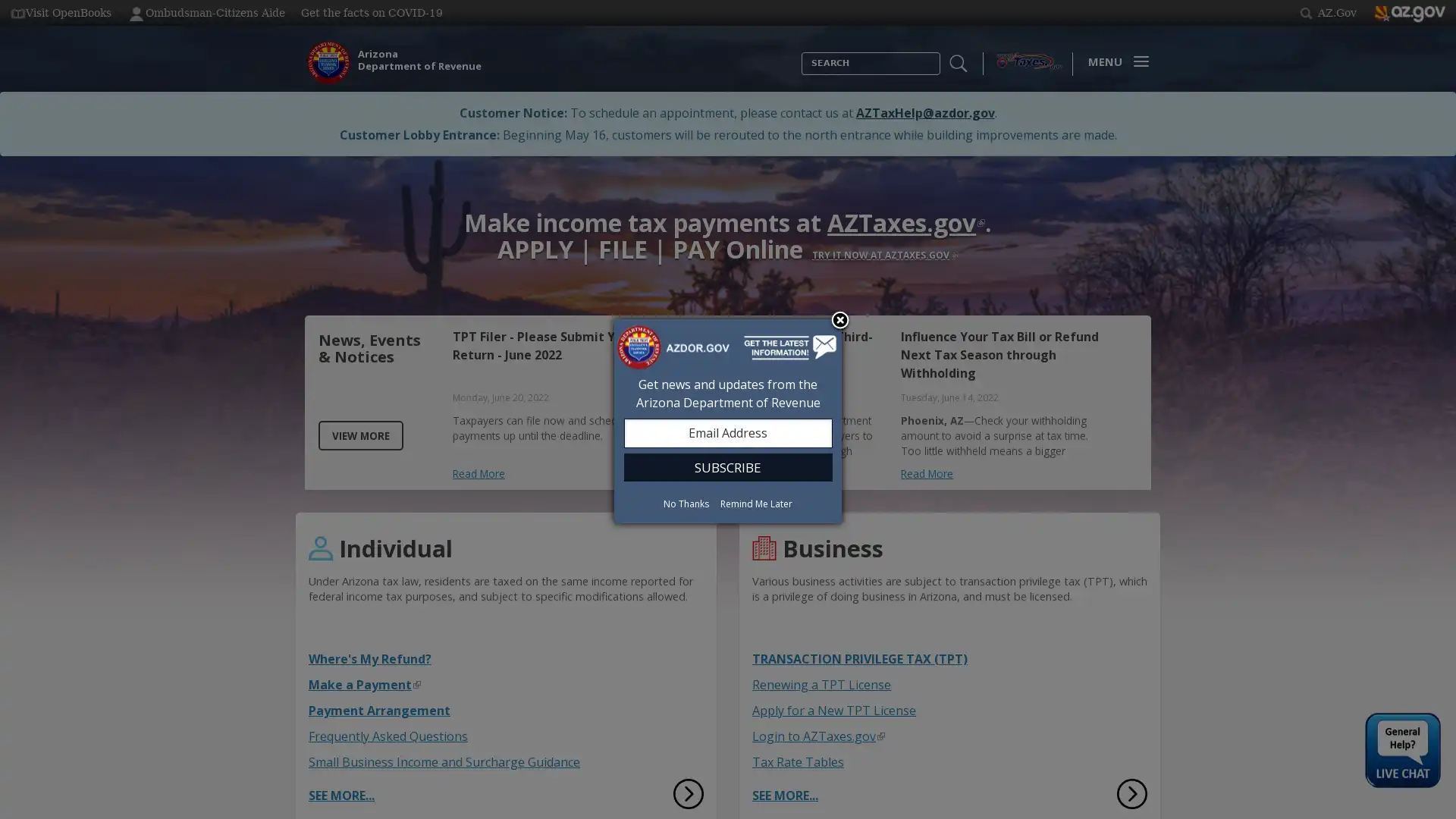  I want to click on Subscribe, so click(726, 466).